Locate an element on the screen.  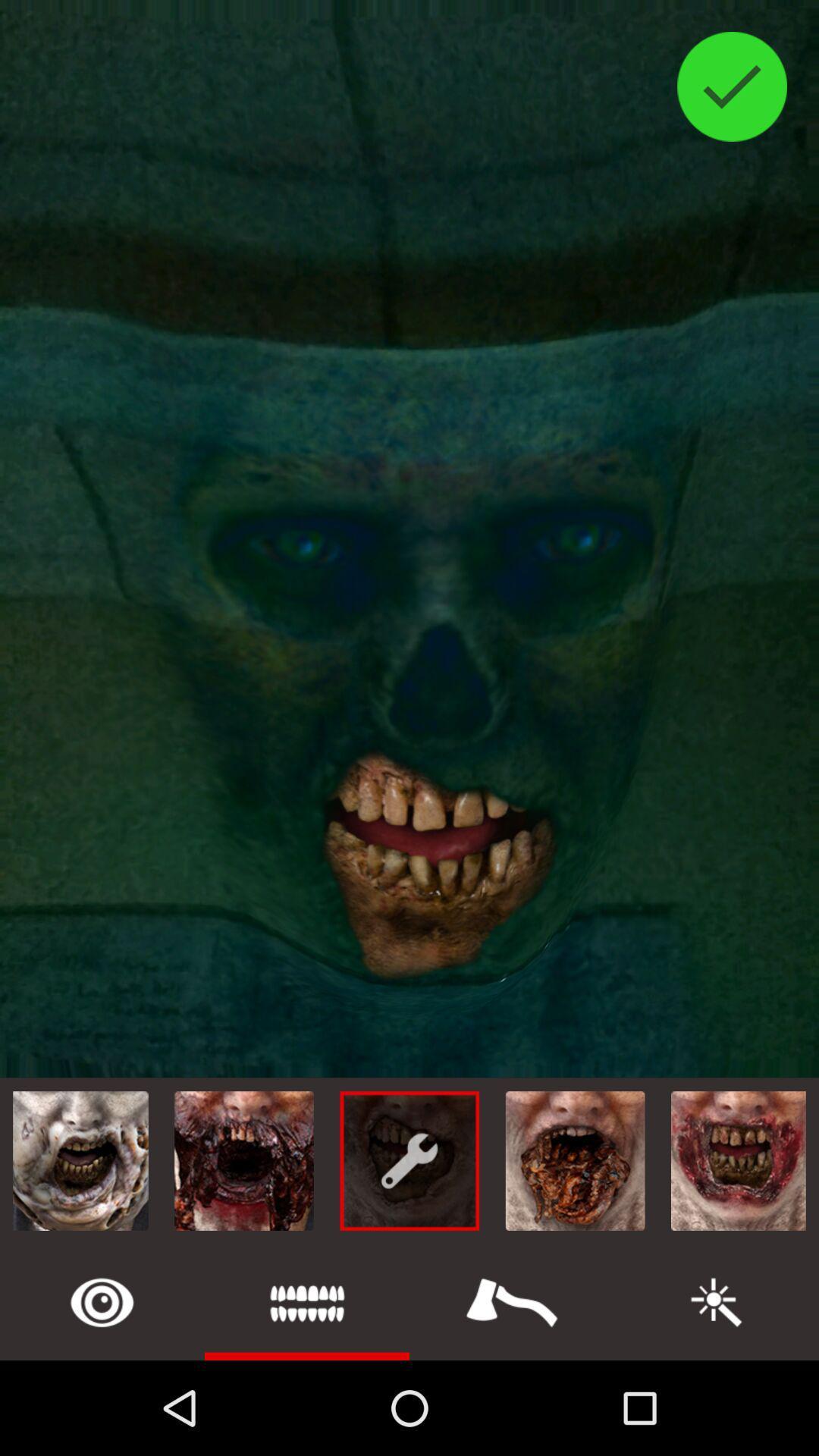
the check icon is located at coordinates (731, 86).